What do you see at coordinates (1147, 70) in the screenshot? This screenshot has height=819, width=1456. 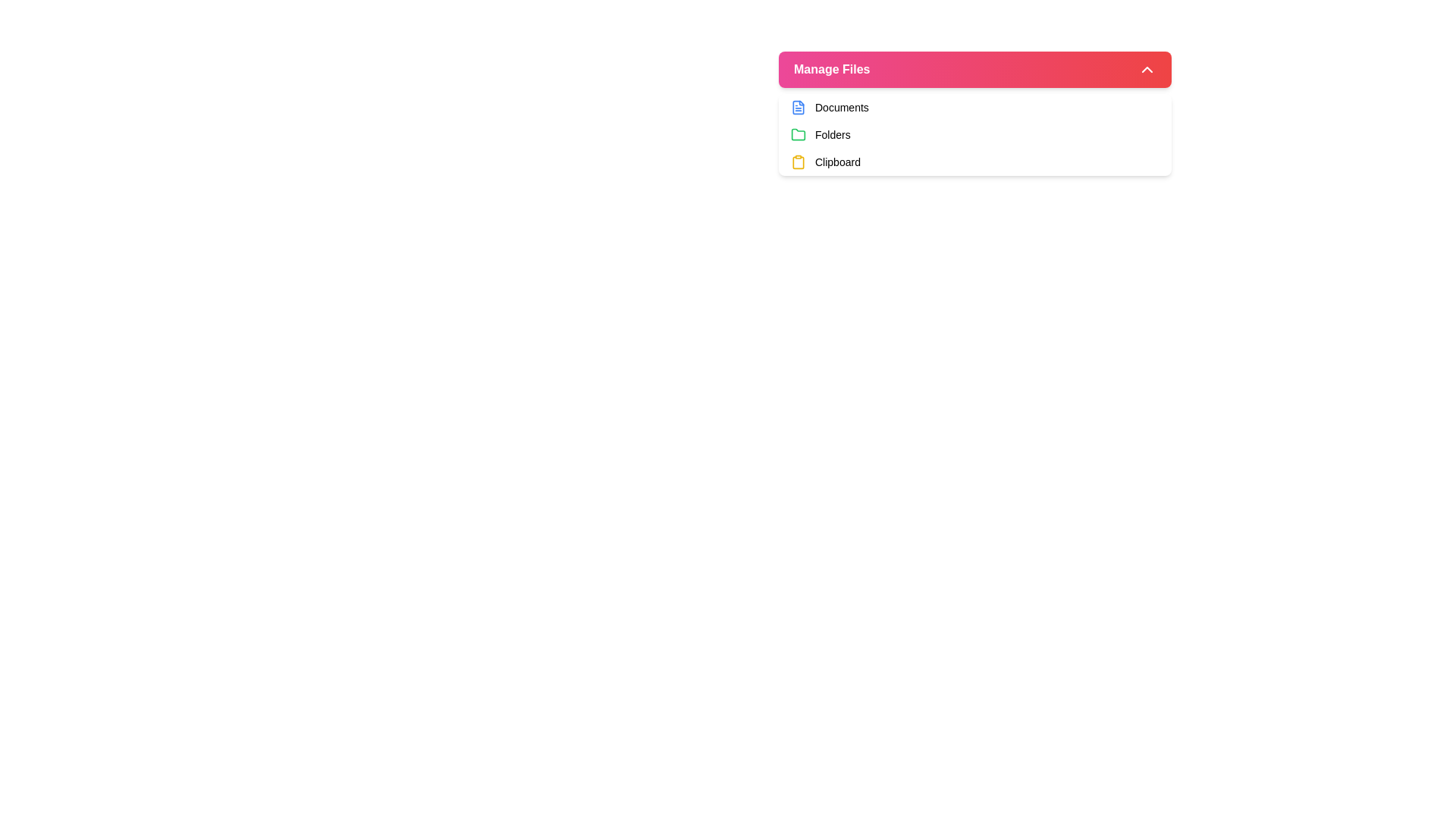 I see `the upward-pointing chevron icon button, which is styled with a rounded edge and appears in white within a red circular background, located at the far right of the 'Manage Files' section heading` at bounding box center [1147, 70].